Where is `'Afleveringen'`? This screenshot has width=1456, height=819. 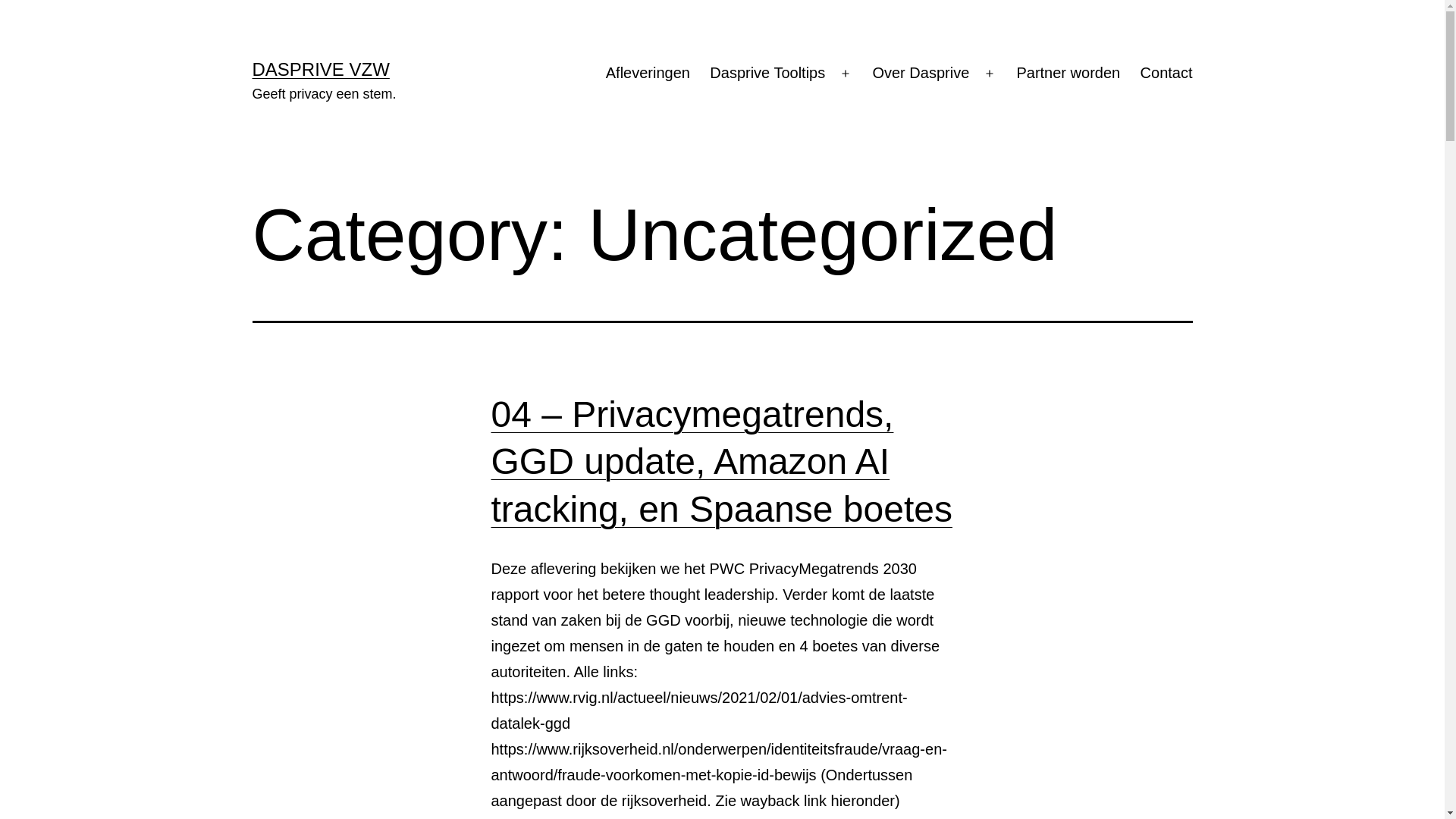
'Afleveringen' is located at coordinates (648, 73).